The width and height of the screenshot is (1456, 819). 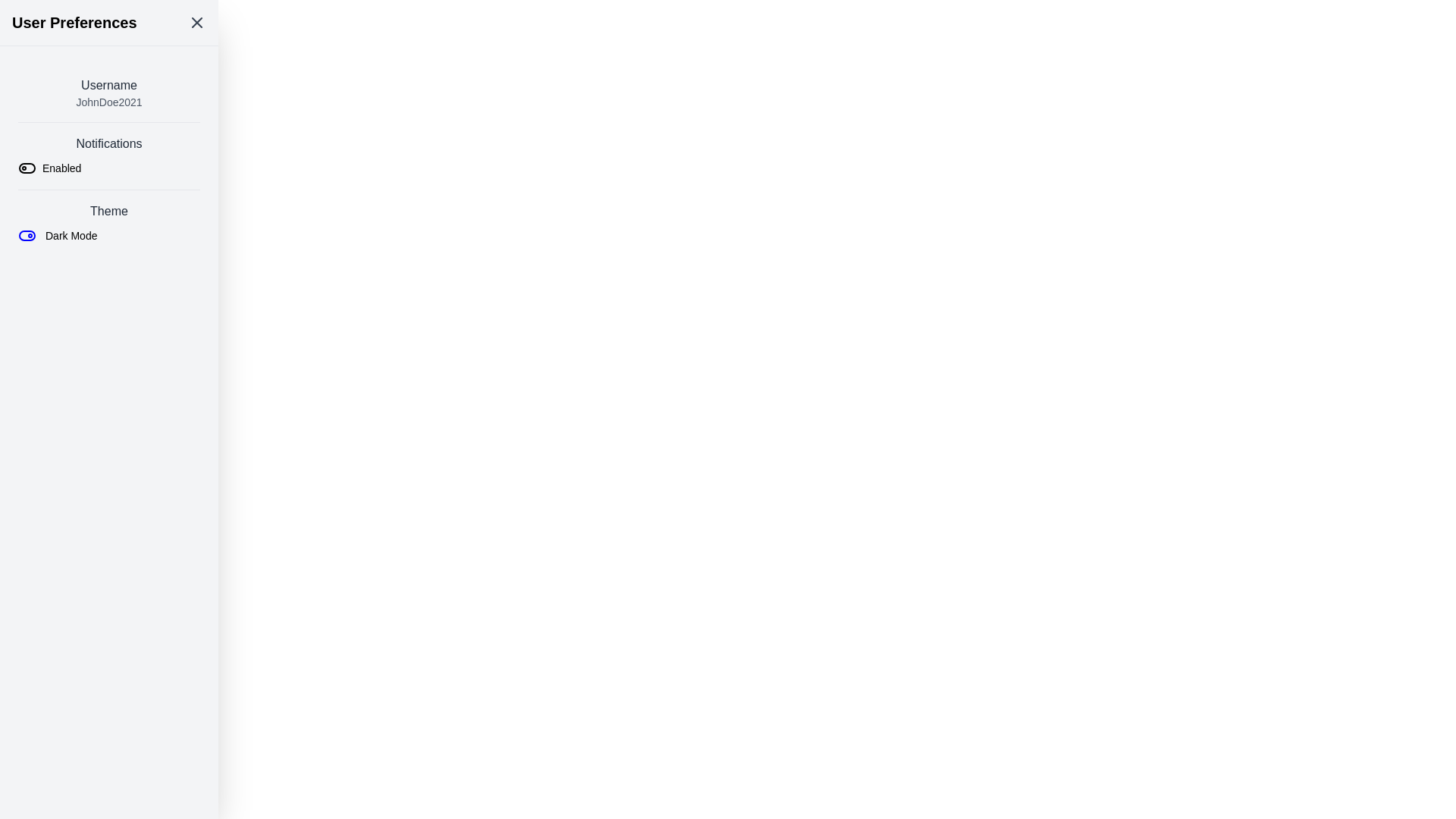 I want to click on the toggle control labeled 'Dark Mode' within the 'Theme' section of the 'User Preferences' panel, so click(x=108, y=223).